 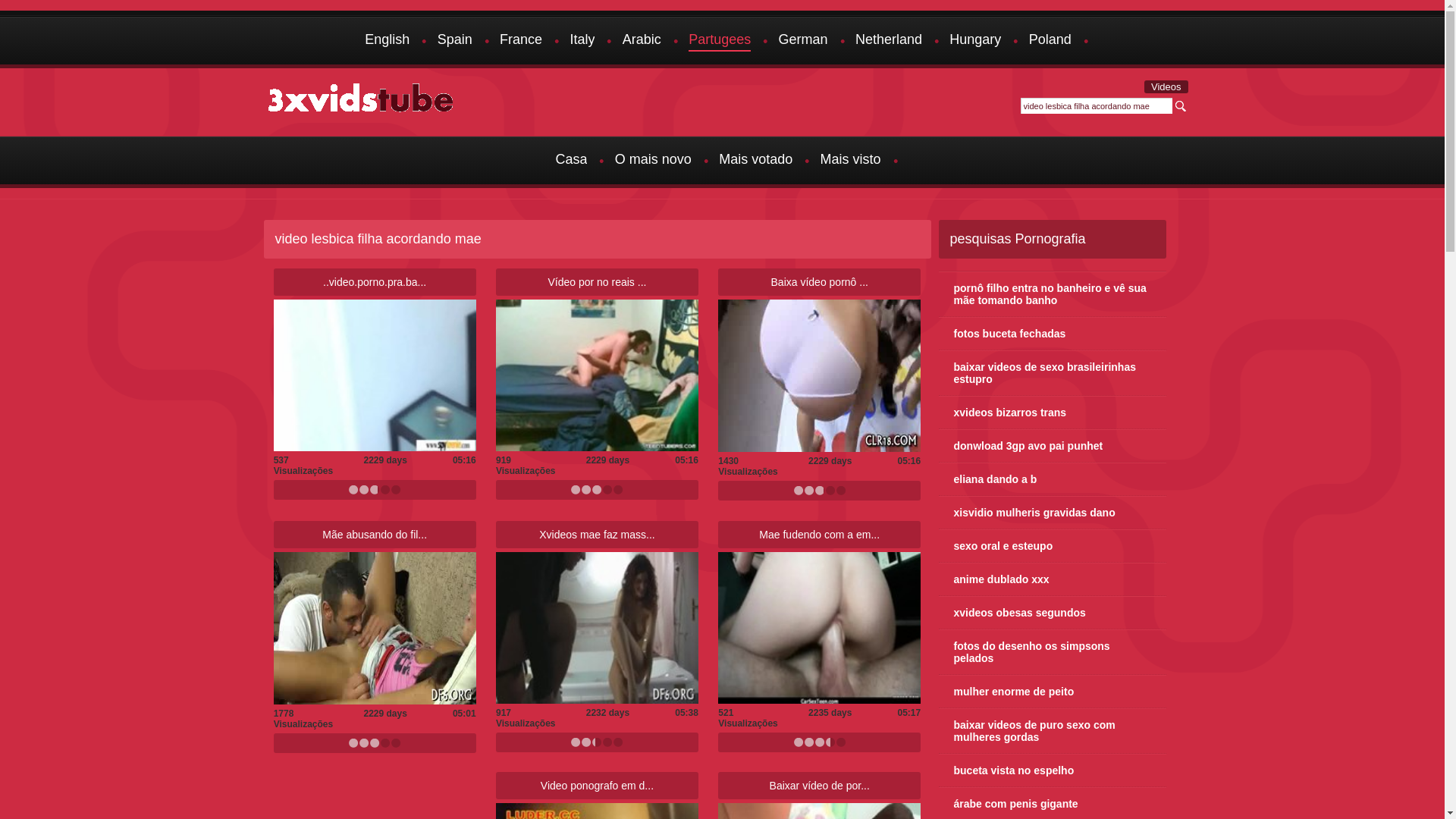 What do you see at coordinates (1050, 40) in the screenshot?
I see `'Poland'` at bounding box center [1050, 40].